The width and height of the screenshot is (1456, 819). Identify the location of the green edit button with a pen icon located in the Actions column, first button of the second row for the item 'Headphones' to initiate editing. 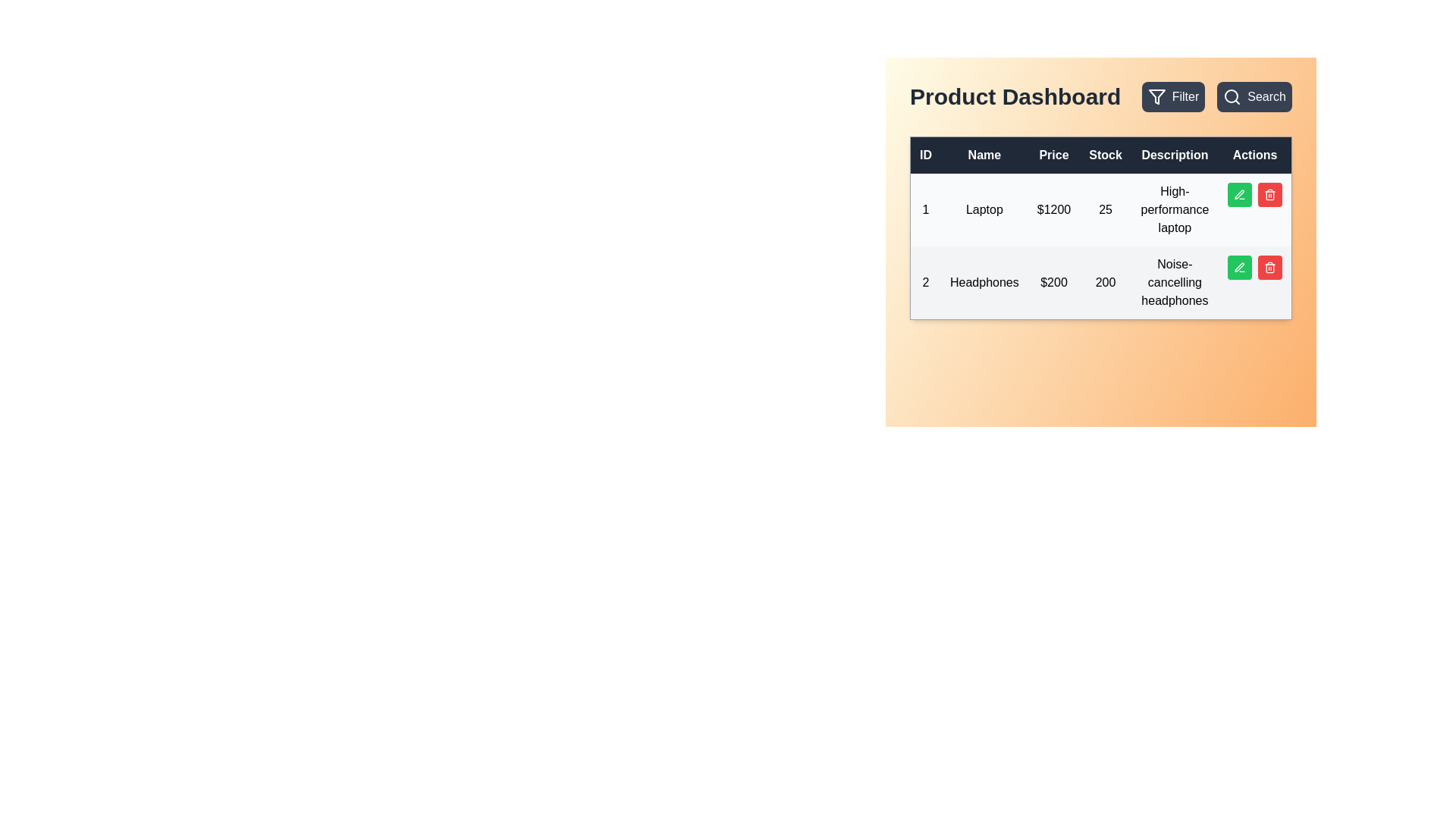
(1240, 267).